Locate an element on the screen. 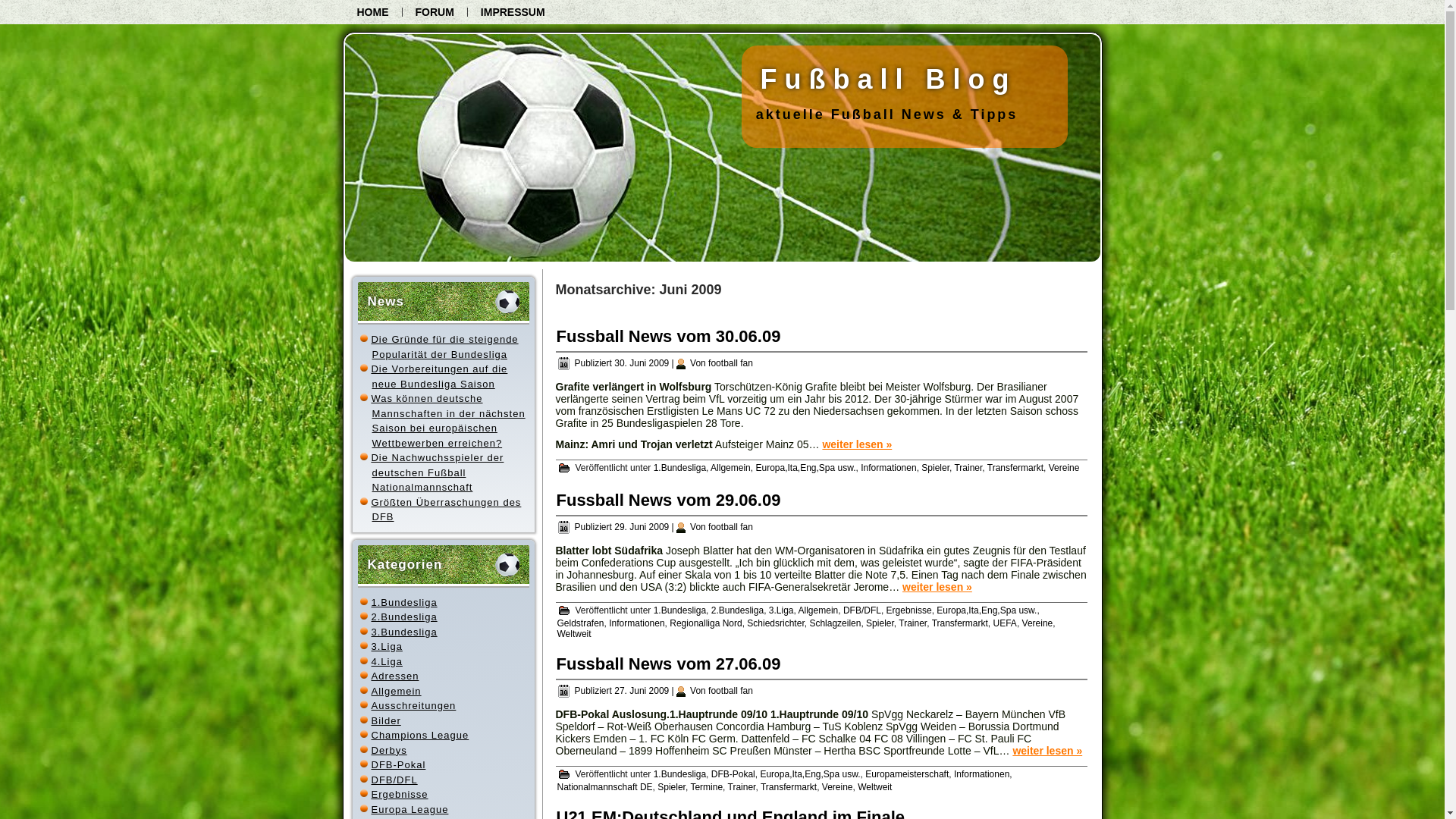 This screenshot has width=1456, height=819. 'Nationalmannschaft DE' is located at coordinates (603, 786).